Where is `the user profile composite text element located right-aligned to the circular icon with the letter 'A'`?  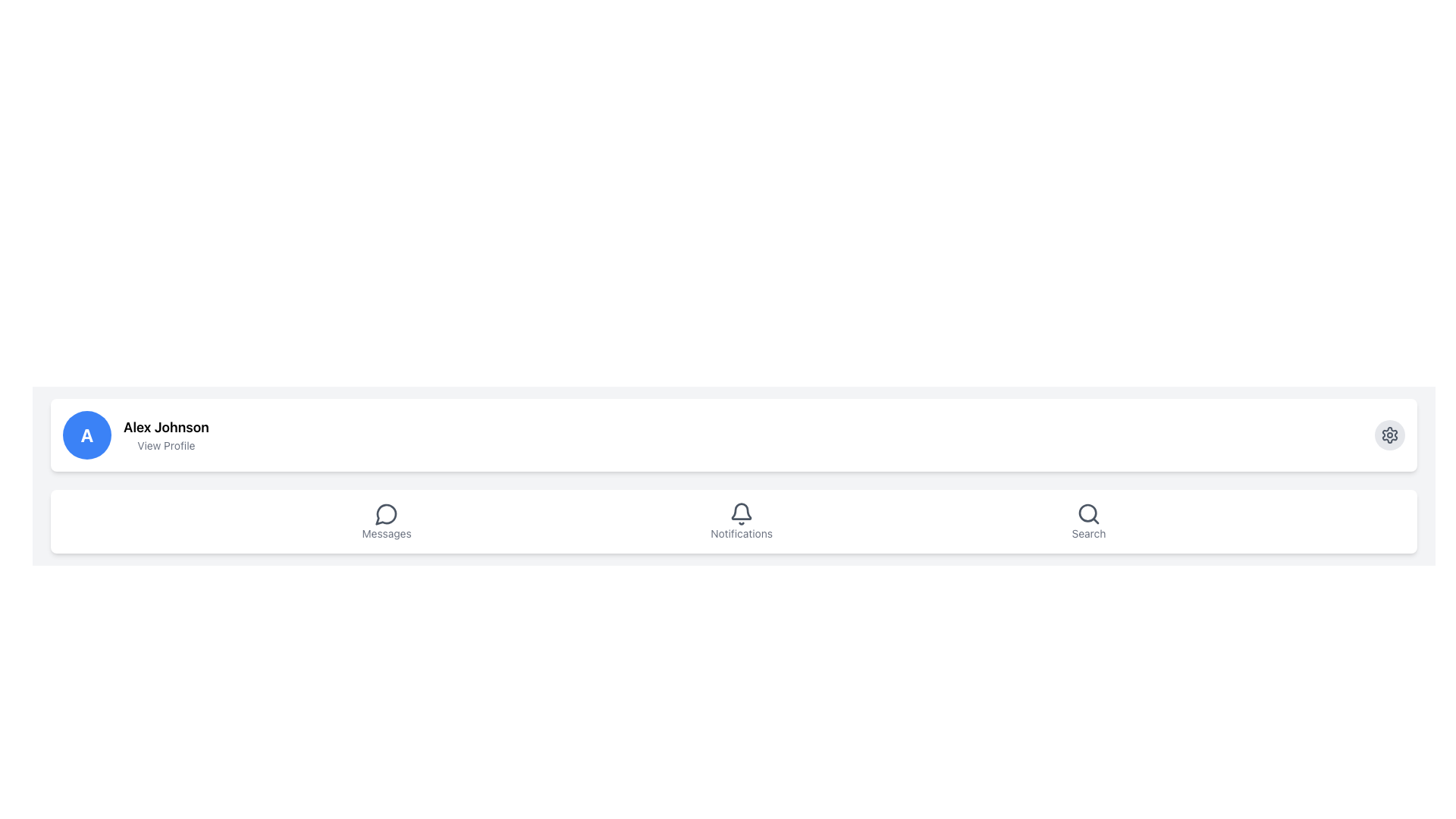
the user profile composite text element located right-aligned to the circular icon with the letter 'A' is located at coordinates (166, 435).